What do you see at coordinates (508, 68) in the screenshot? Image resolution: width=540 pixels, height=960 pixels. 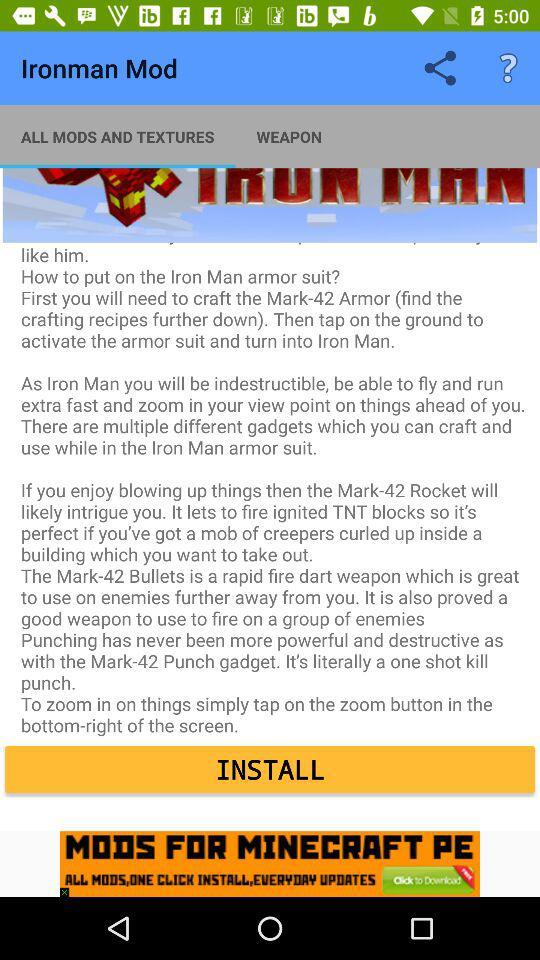 I see `icon above the the iron man` at bounding box center [508, 68].